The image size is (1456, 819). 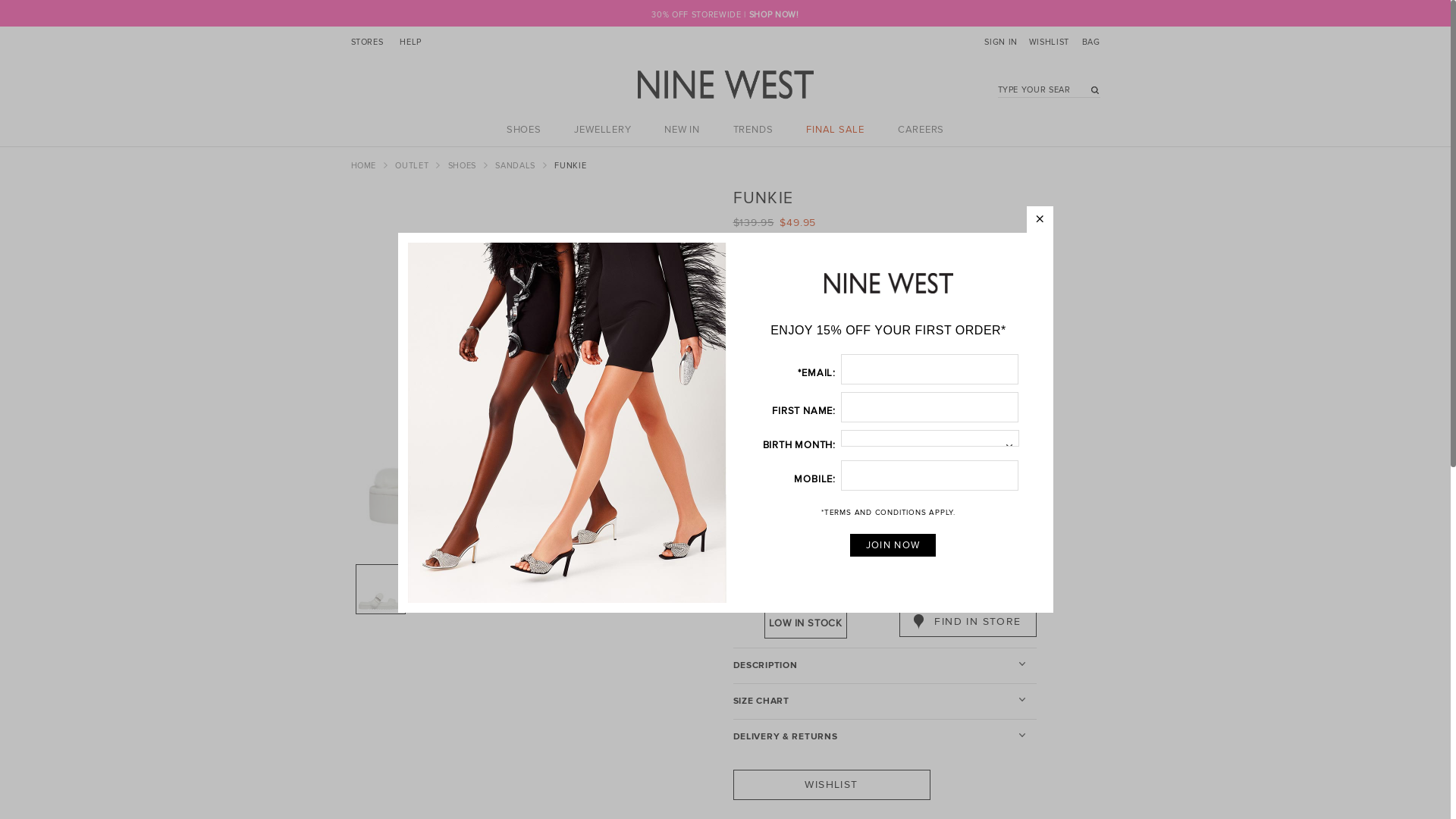 What do you see at coordinates (821, 397) in the screenshot?
I see `'8.5'` at bounding box center [821, 397].